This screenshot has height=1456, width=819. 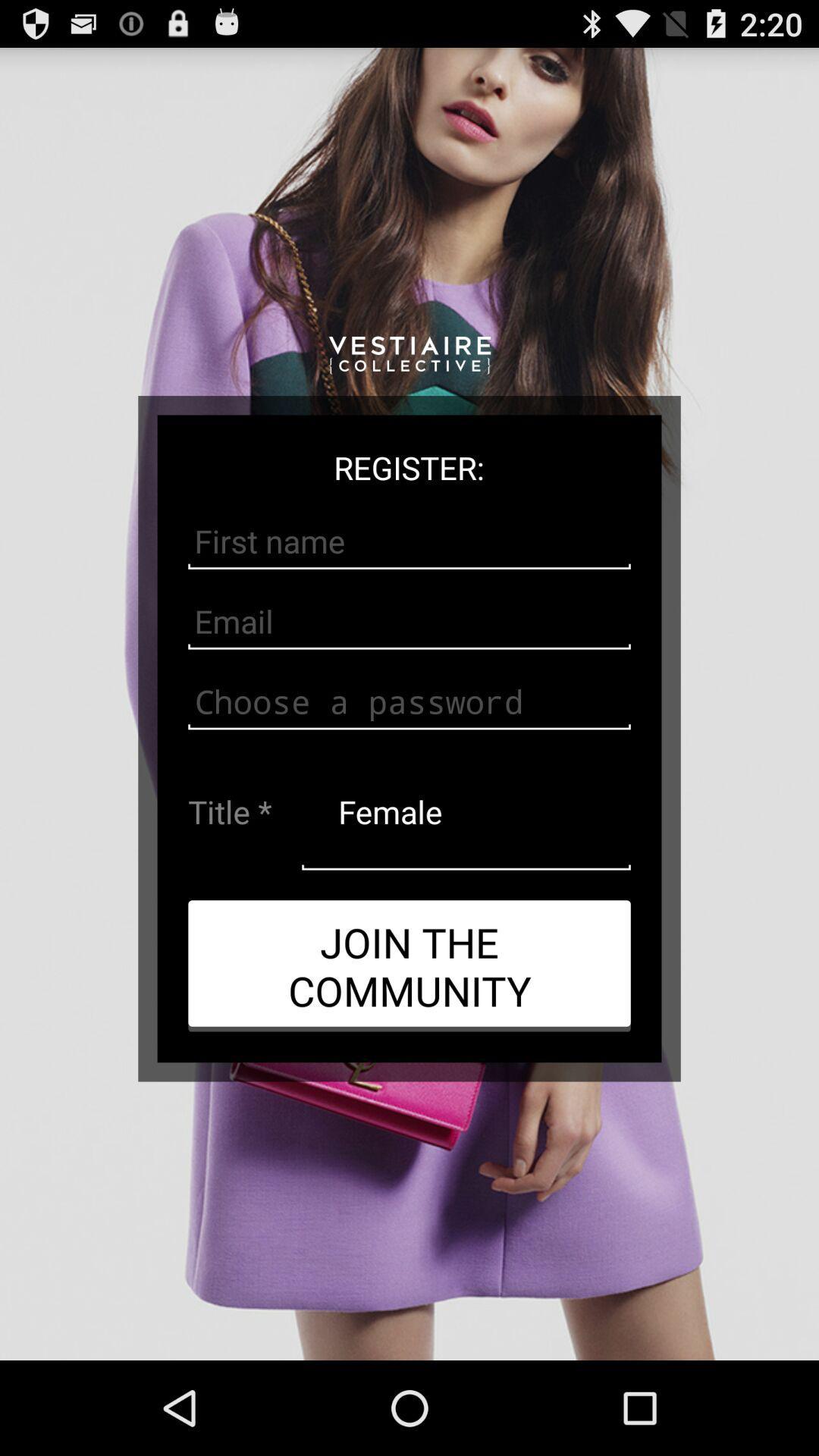 What do you see at coordinates (409, 965) in the screenshot?
I see `the join the community icon` at bounding box center [409, 965].